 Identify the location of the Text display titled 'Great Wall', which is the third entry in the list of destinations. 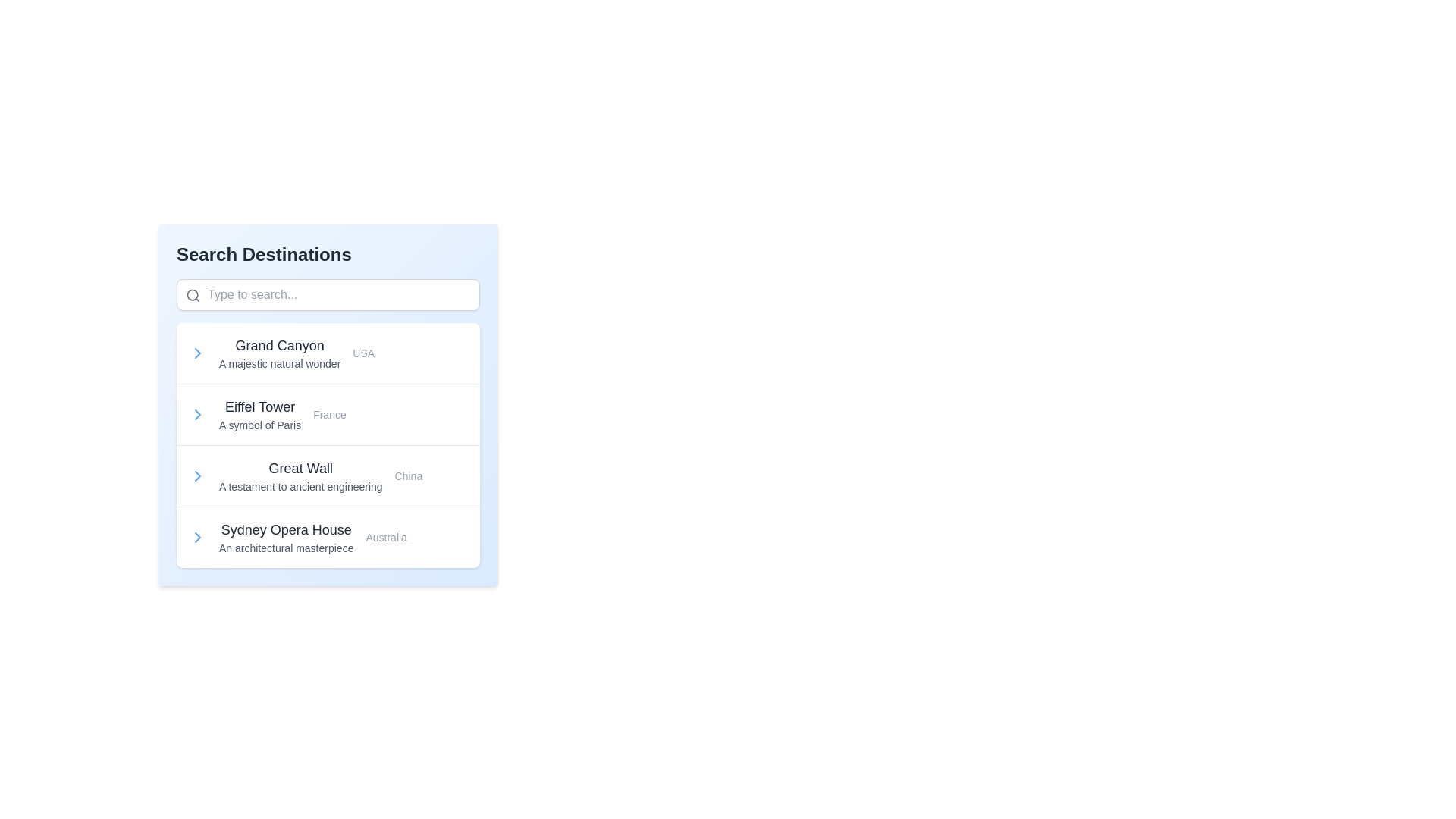
(300, 475).